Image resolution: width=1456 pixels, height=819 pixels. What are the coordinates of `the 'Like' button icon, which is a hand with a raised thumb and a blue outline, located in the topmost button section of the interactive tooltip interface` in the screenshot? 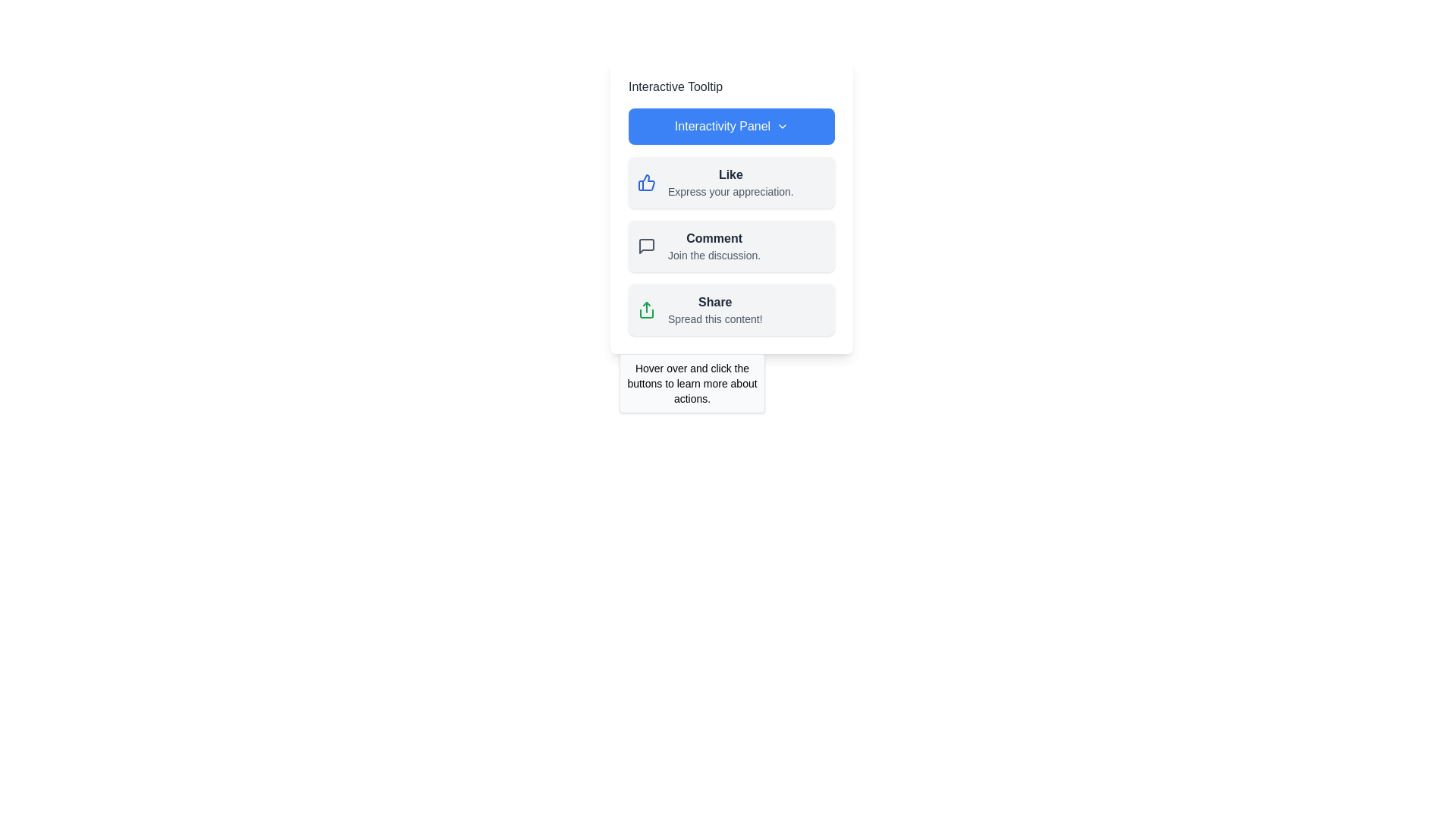 It's located at (646, 181).